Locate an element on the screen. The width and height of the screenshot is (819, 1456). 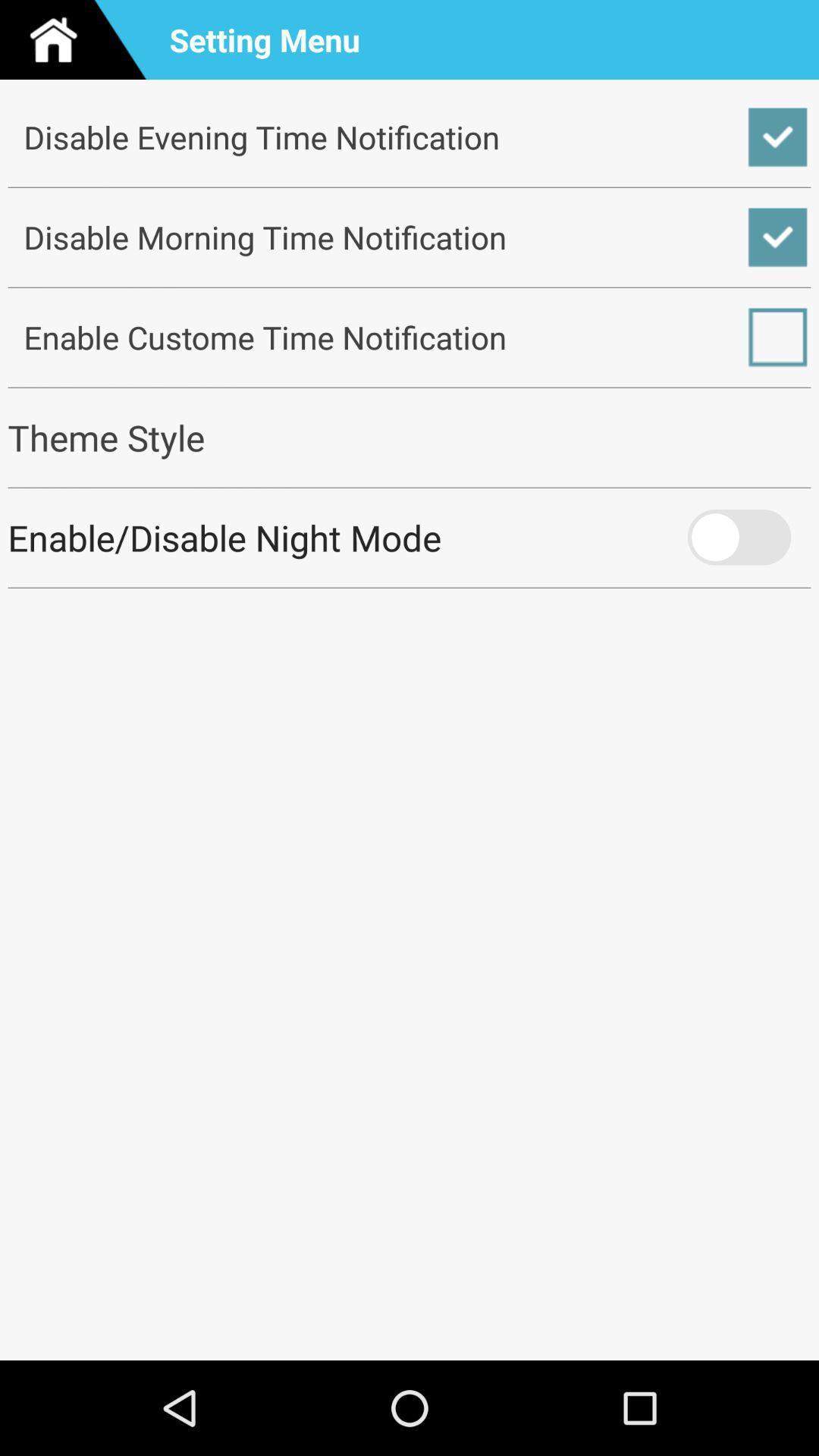
the checkbox below the enable custome time is located at coordinates (409, 437).